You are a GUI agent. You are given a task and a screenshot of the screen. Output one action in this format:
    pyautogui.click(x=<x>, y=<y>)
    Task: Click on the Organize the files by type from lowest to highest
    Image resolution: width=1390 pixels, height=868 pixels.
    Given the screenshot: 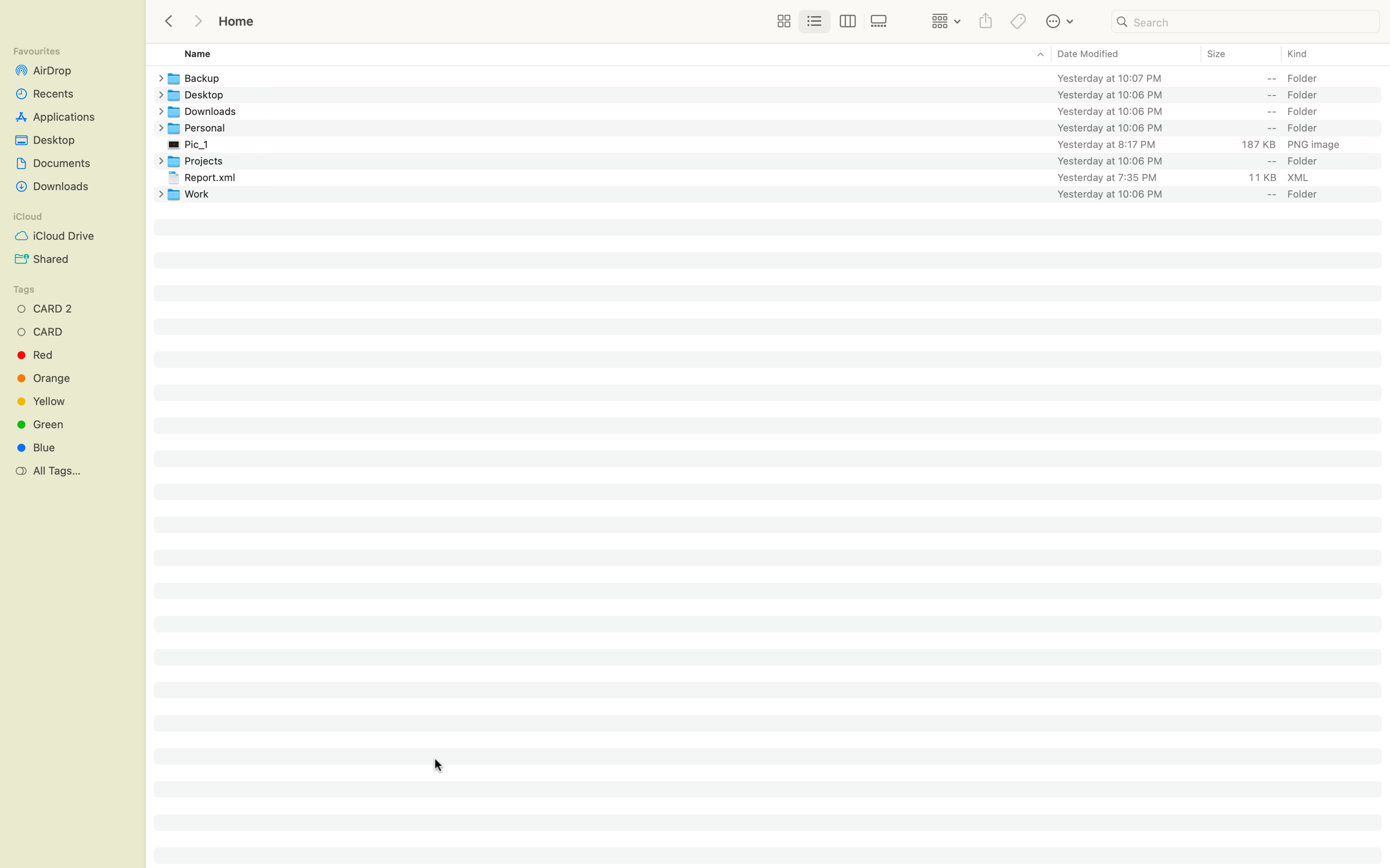 What is the action you would take?
    pyautogui.click(x=1329, y=54)
    